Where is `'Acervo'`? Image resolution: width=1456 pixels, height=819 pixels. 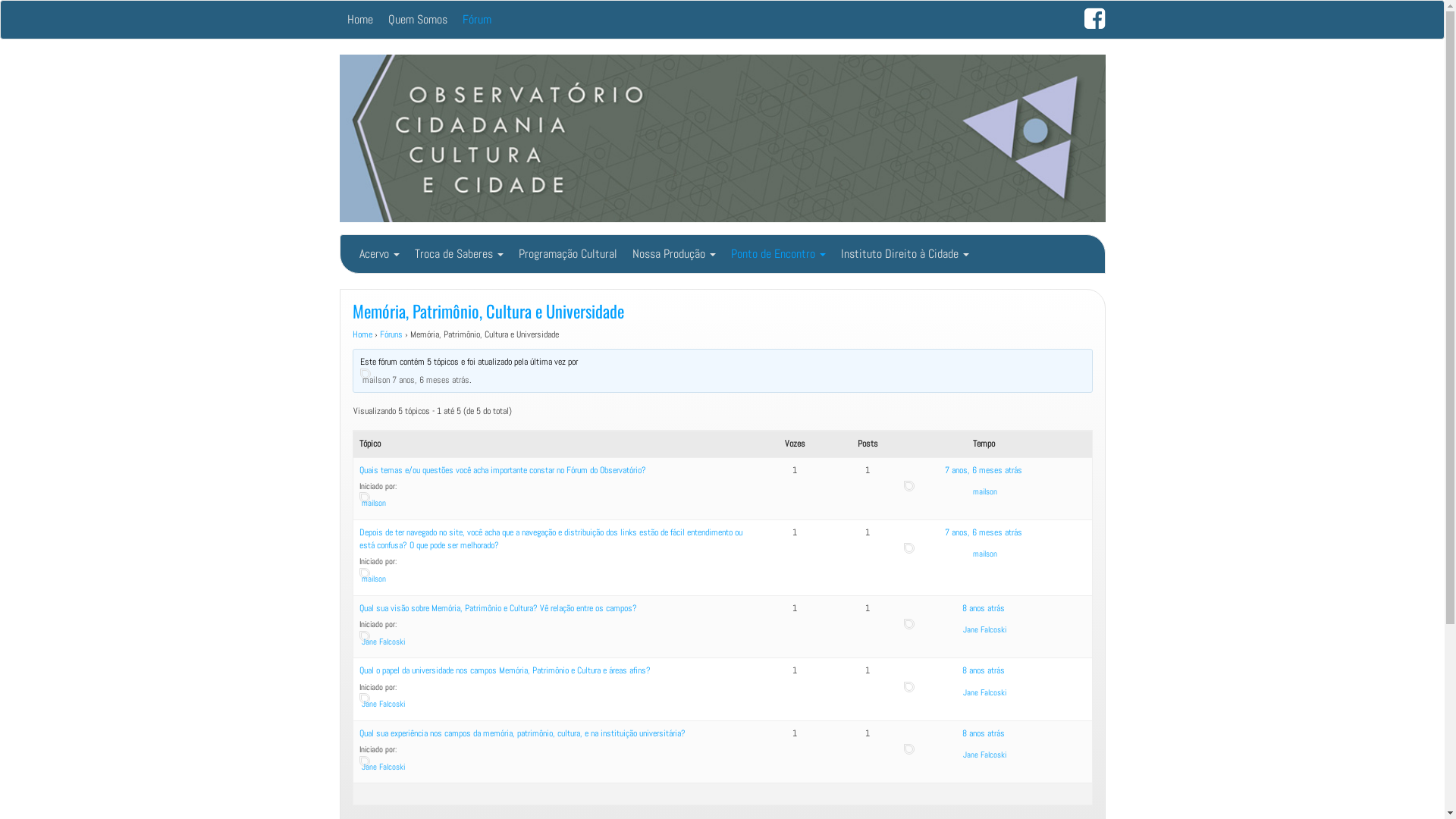 'Acervo' is located at coordinates (351, 253).